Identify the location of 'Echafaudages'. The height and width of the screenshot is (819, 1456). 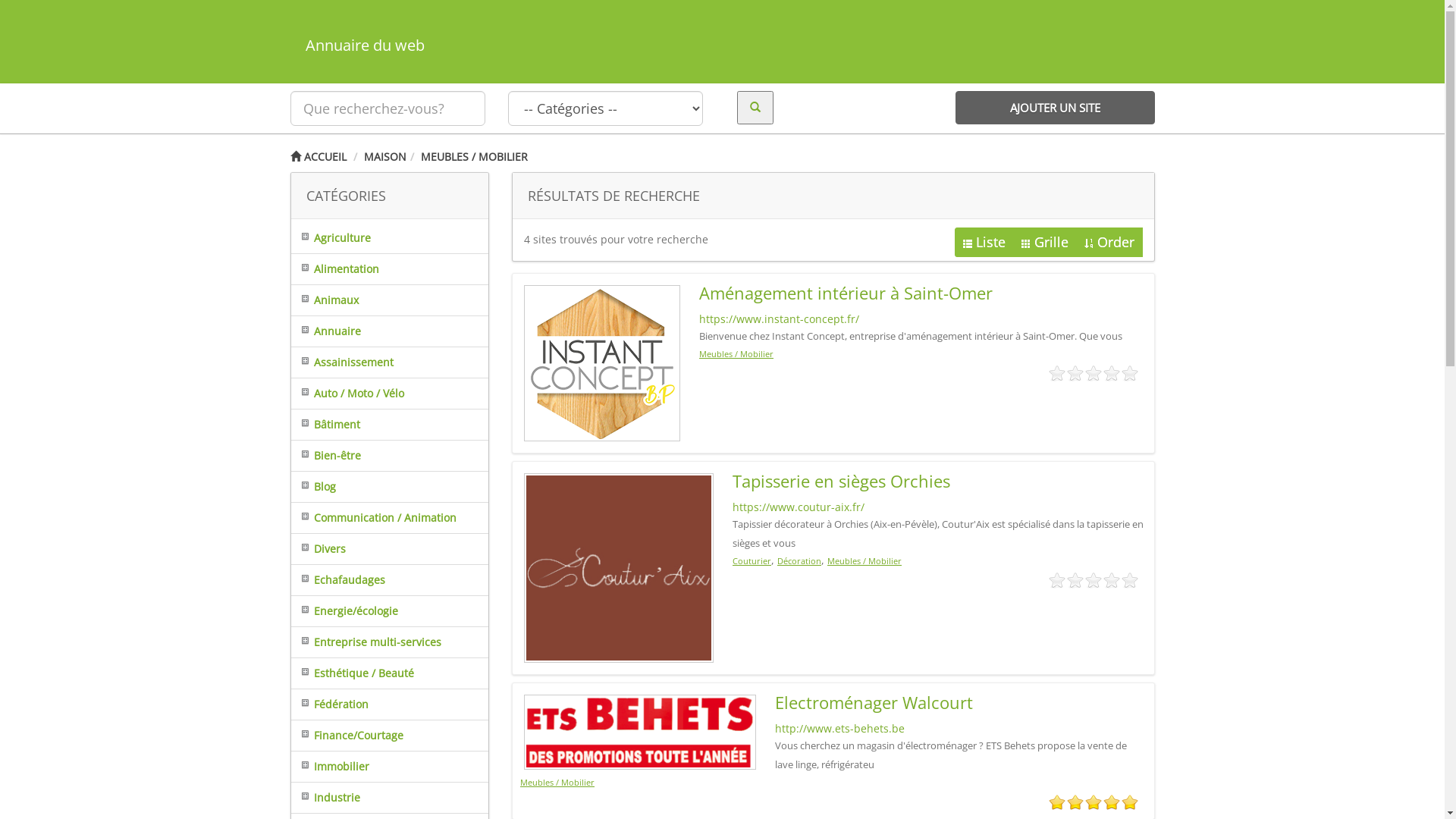
(337, 579).